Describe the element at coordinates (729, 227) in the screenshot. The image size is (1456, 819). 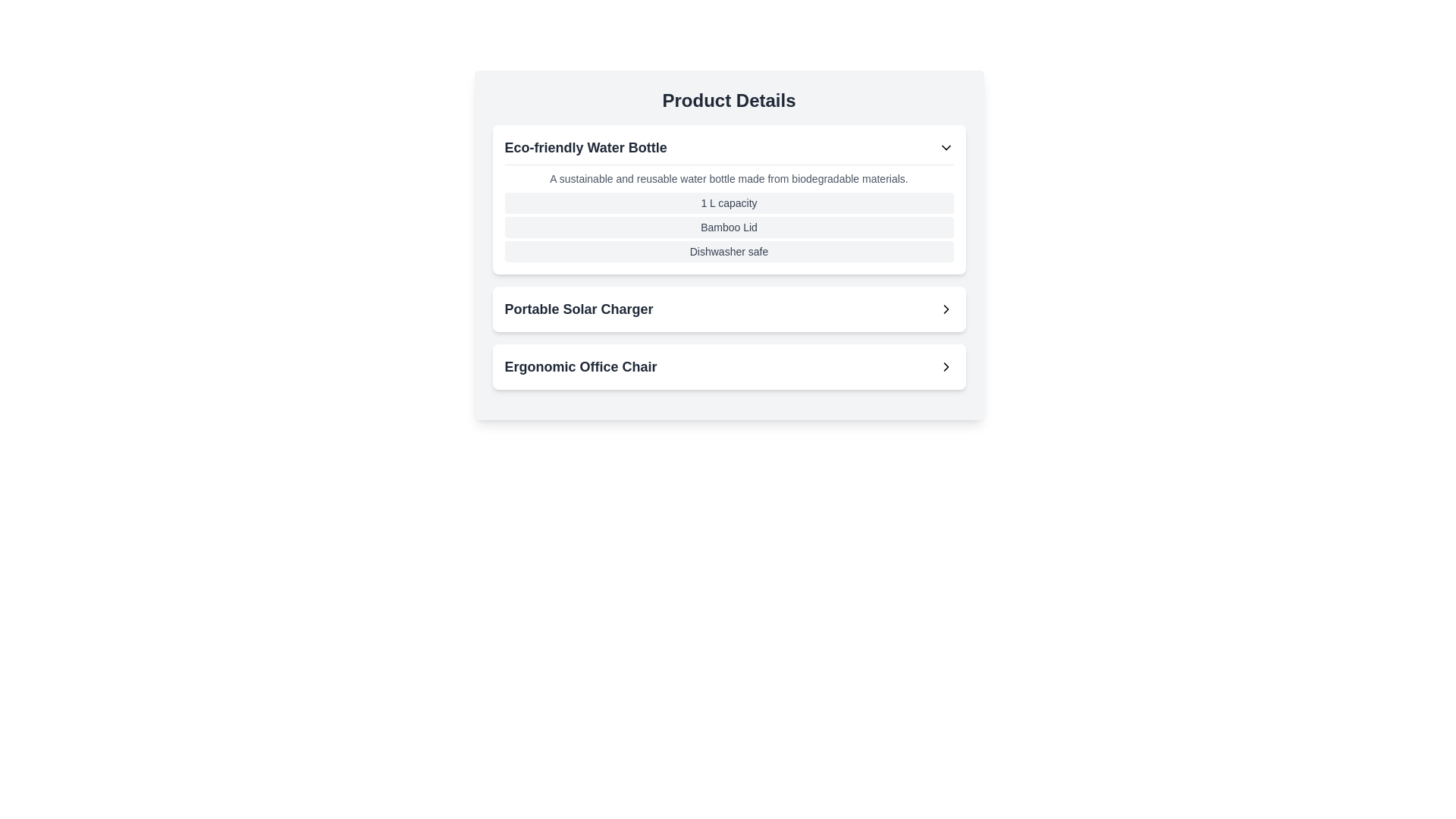
I see `descriptive text element that lists one of the features of the 'Eco-friendly Water Bottle' located in the 'Product Details' section, specifically the second item in the vertical list under the heading` at that location.